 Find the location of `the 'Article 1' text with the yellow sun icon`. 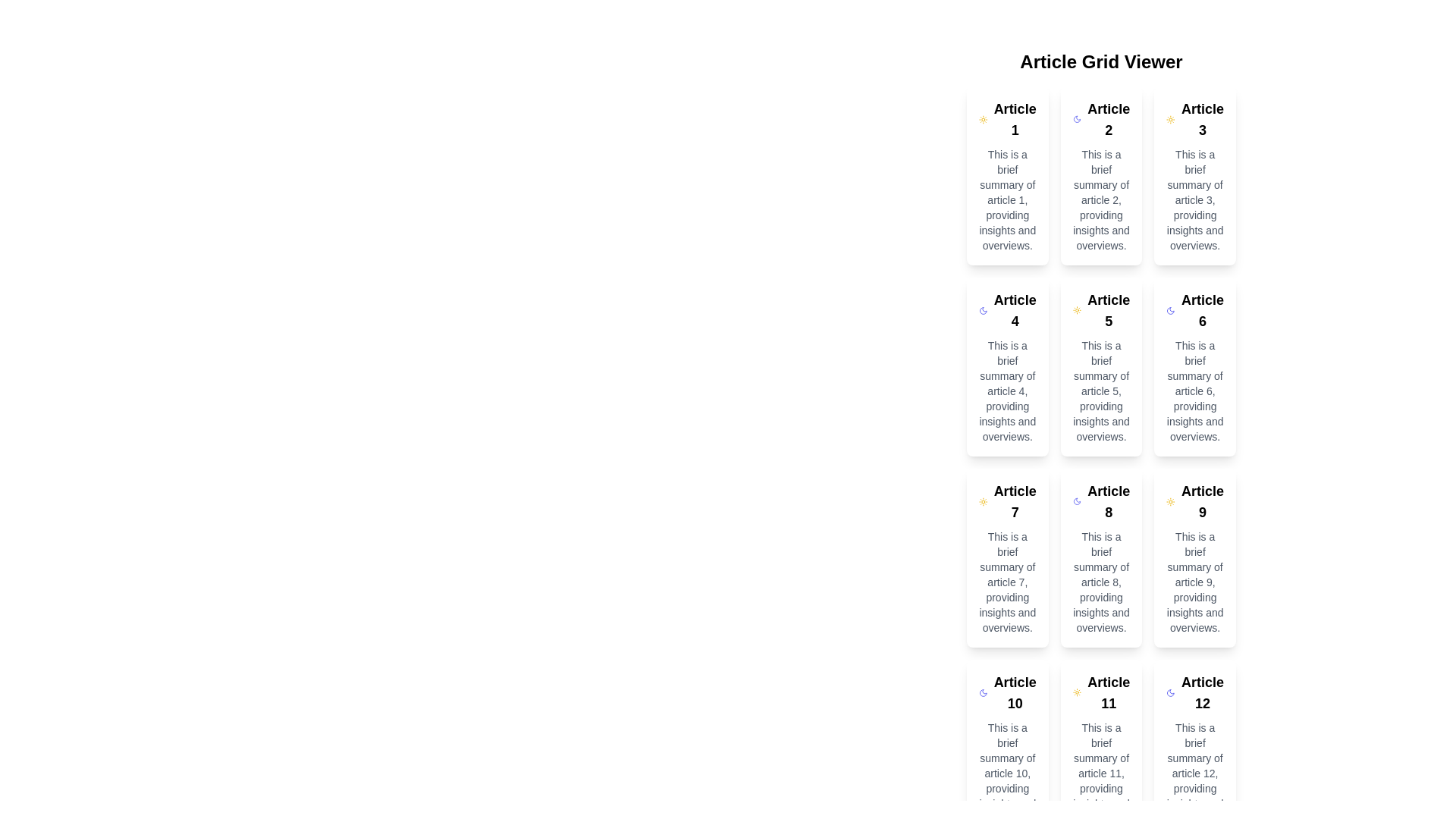

the 'Article 1' text with the yellow sun icon is located at coordinates (1007, 119).